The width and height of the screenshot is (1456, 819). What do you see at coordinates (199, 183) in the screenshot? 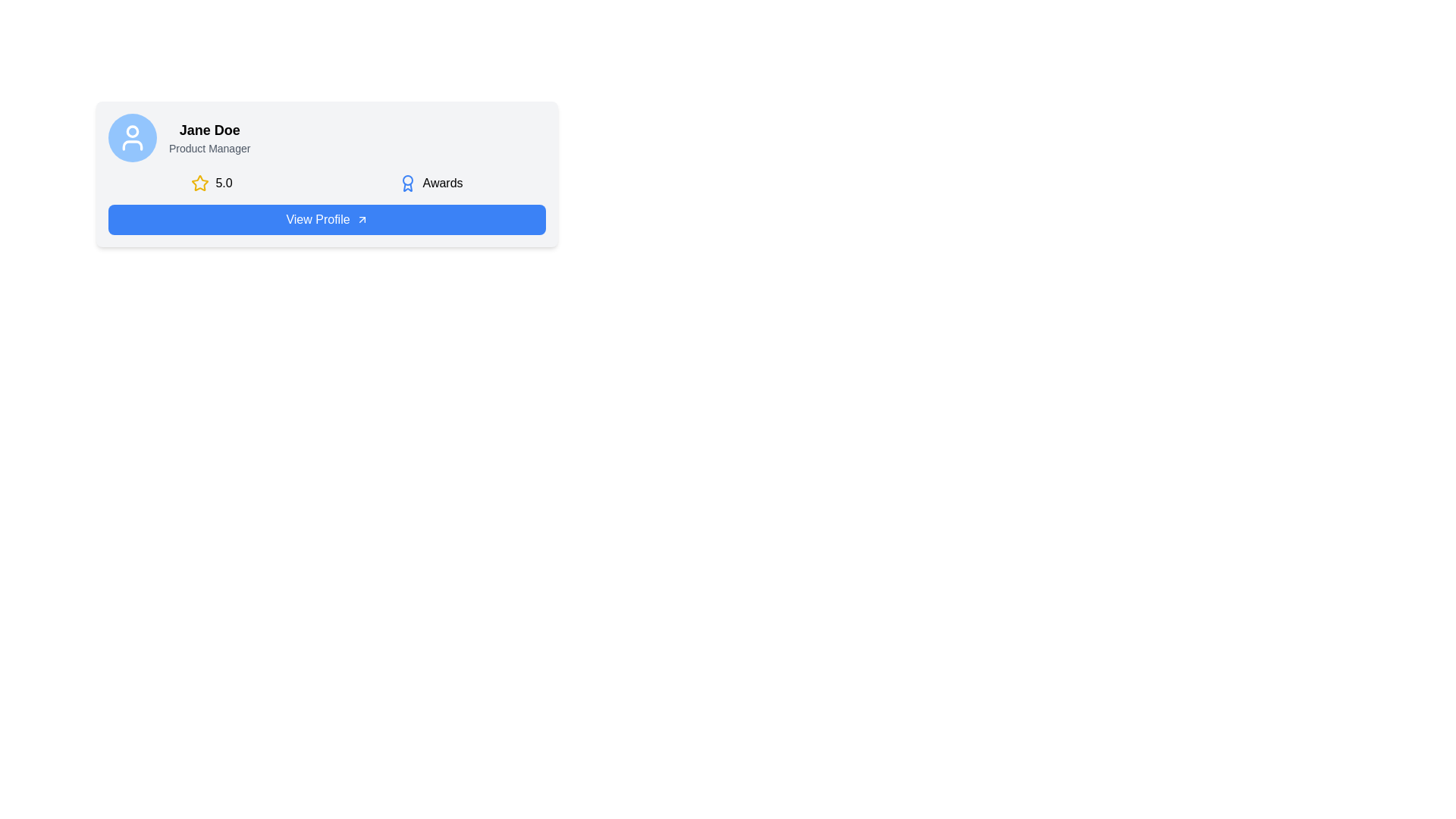
I see `the yellow-bordered, hollowed star icon, which is located to the right of the bold rating number (5.0) in the top-center area of the card interface` at bounding box center [199, 183].